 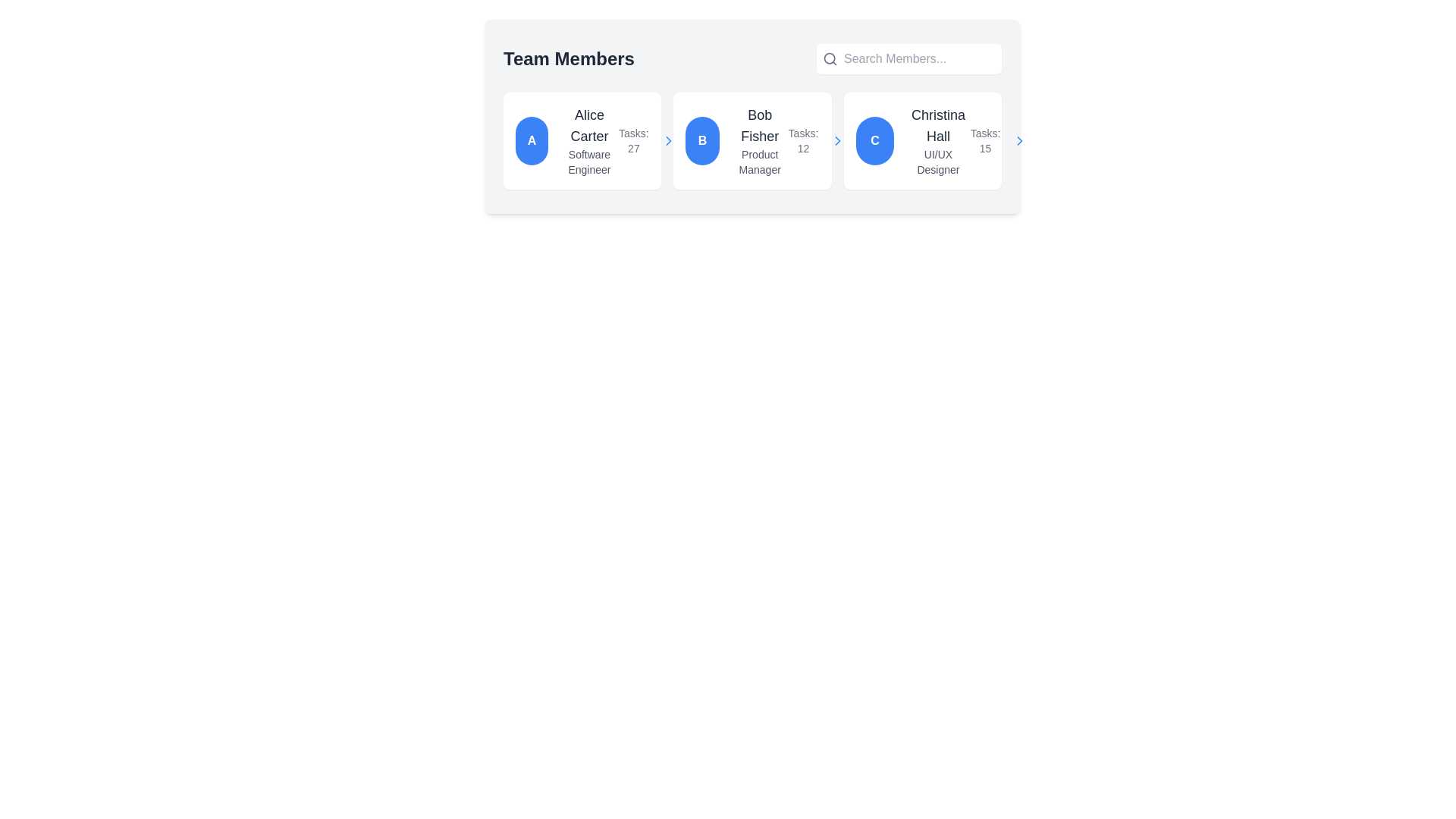 I want to click on the Interactive Icon located immediately to the right of the text 'Tasks: 12', so click(x=837, y=140).